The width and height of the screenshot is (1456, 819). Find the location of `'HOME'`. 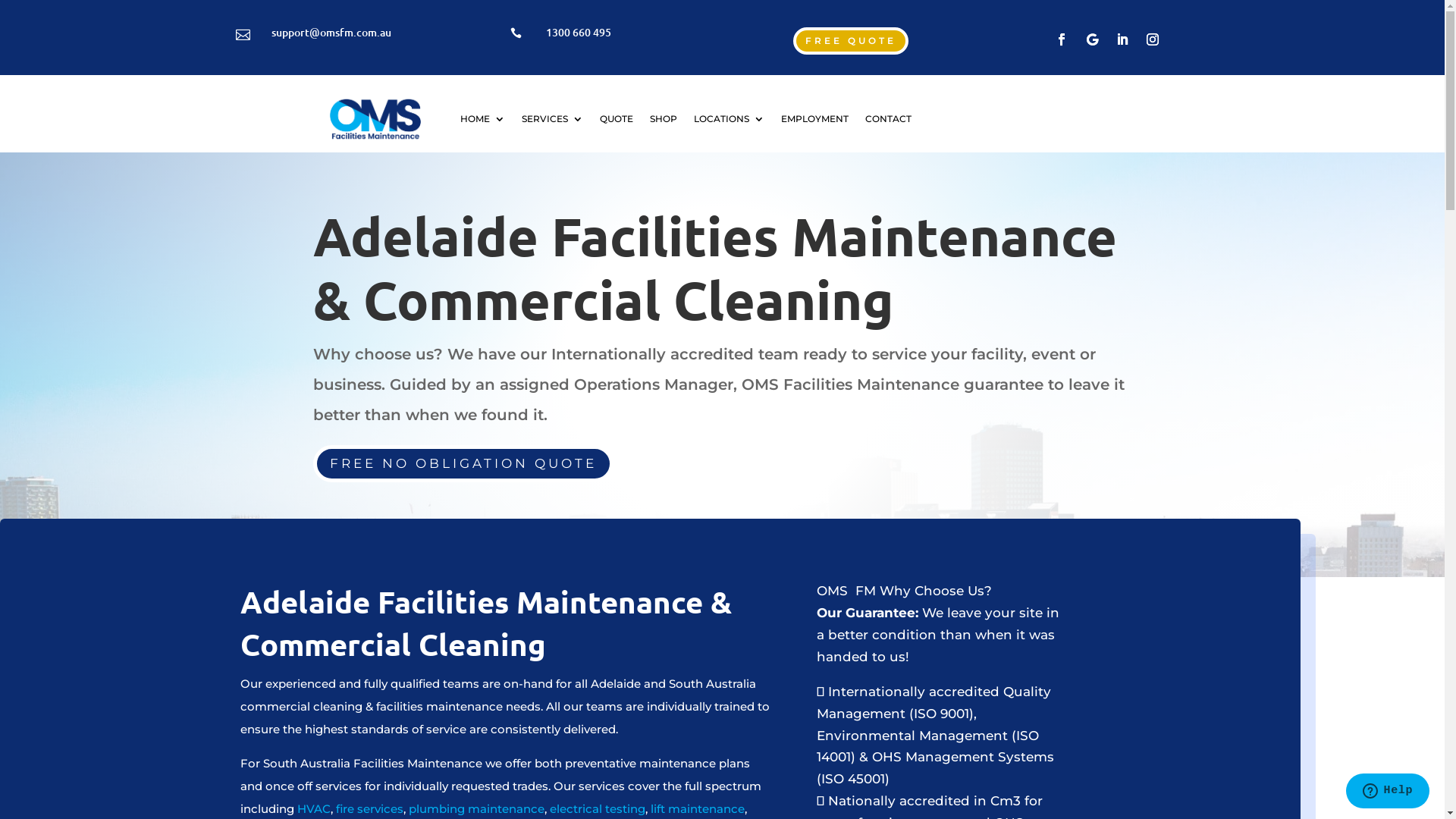

'HOME' is located at coordinates (482, 118).